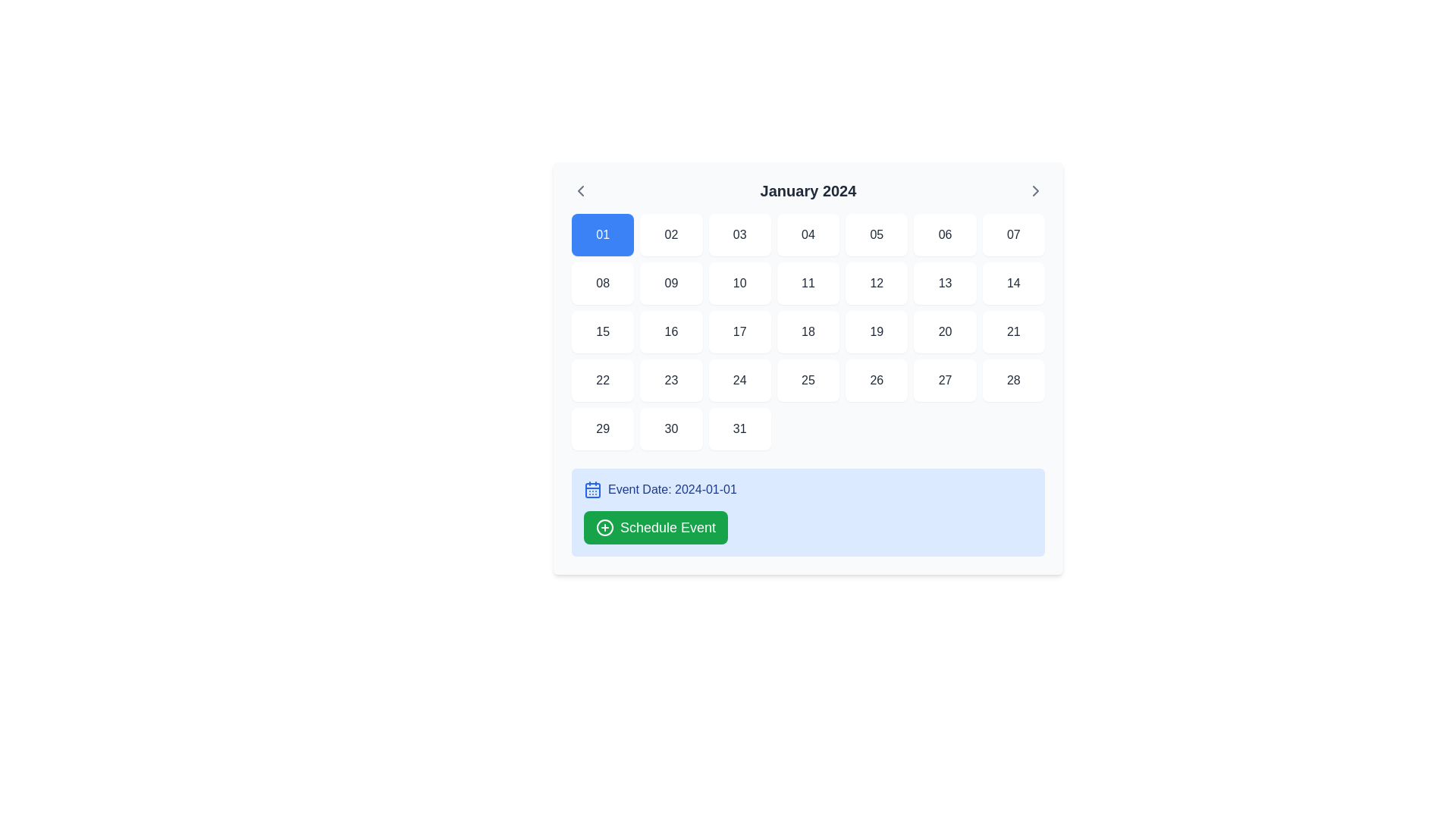  What do you see at coordinates (877, 331) in the screenshot?
I see `the square button with rounded corners, white background, and the text '19' in black, located in the third row and fifth column of the grid layout` at bounding box center [877, 331].